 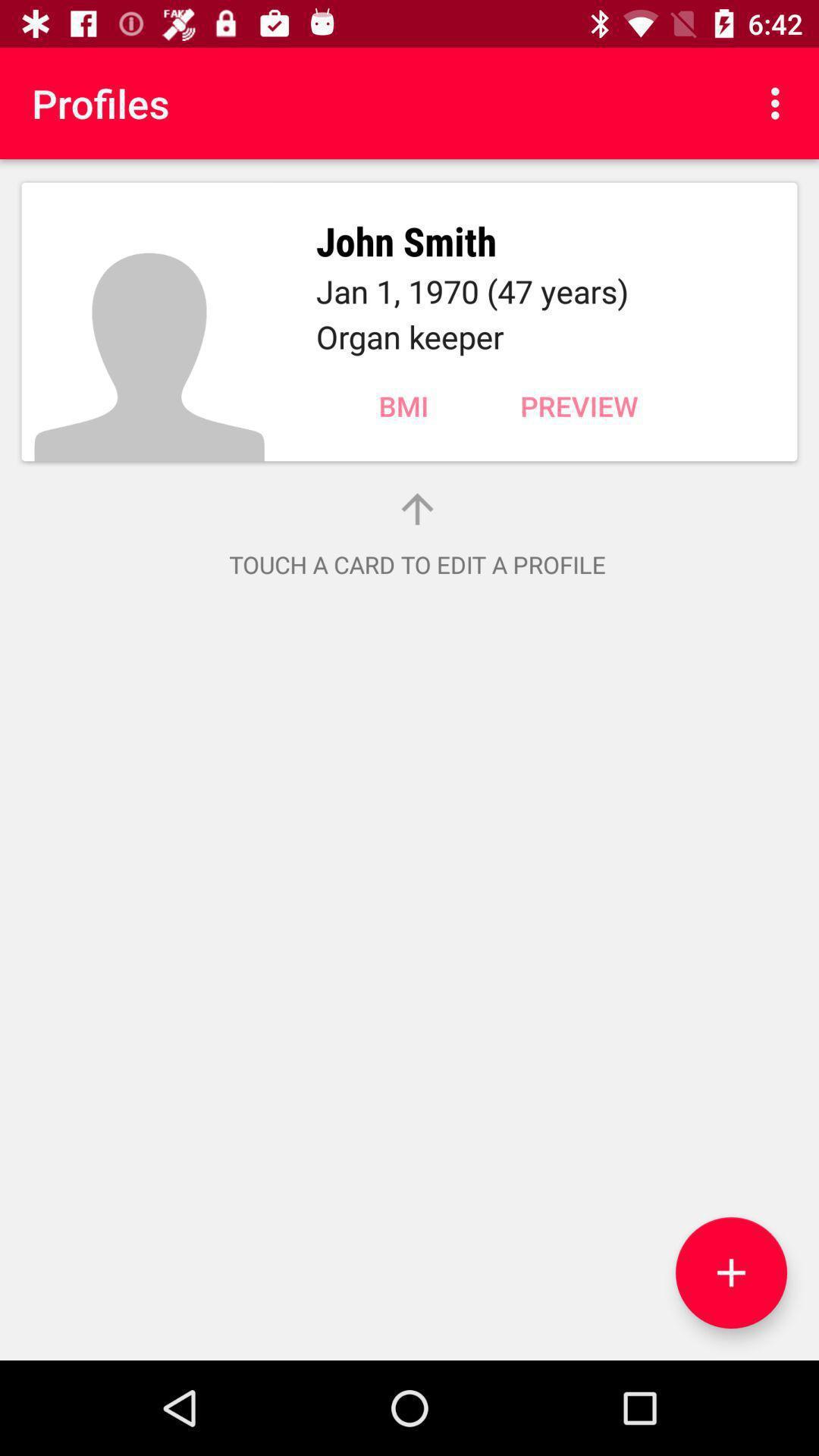 I want to click on the icon at the bottom right corner, so click(x=730, y=1272).